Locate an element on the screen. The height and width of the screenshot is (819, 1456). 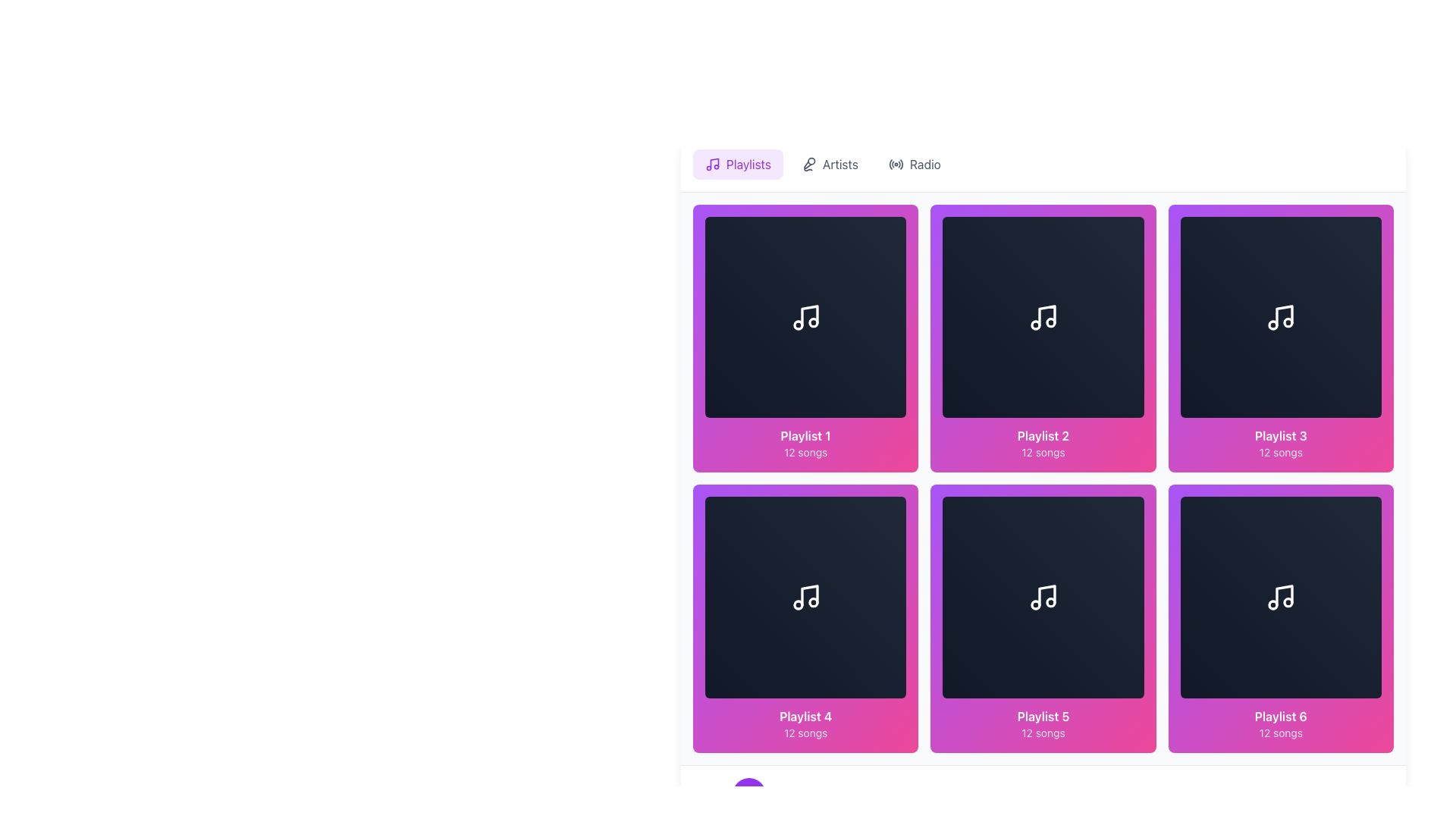
Text label displaying the number of songs available in the 'Playlist 1' card, located at the bottom of the card in a grid layout is located at coordinates (805, 452).